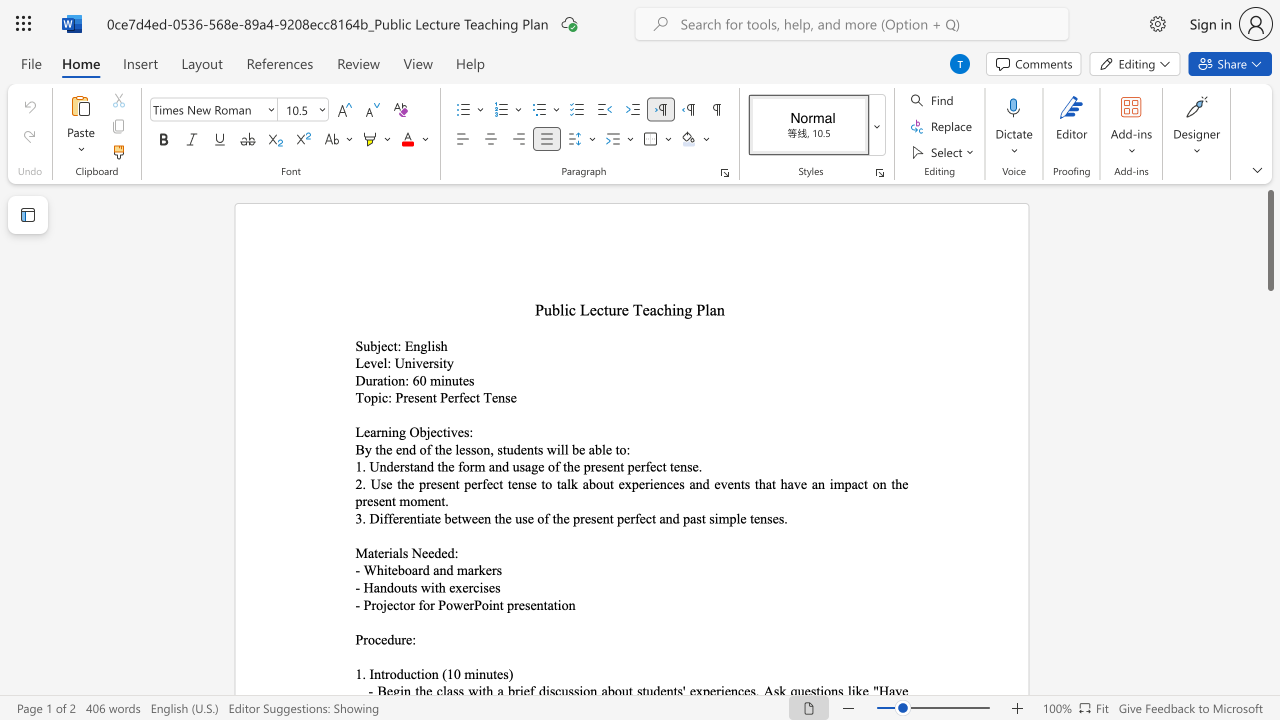 Image resolution: width=1280 pixels, height=720 pixels. What do you see at coordinates (424, 431) in the screenshot?
I see `the space between the continuous character "b" and "j" in the text` at bounding box center [424, 431].